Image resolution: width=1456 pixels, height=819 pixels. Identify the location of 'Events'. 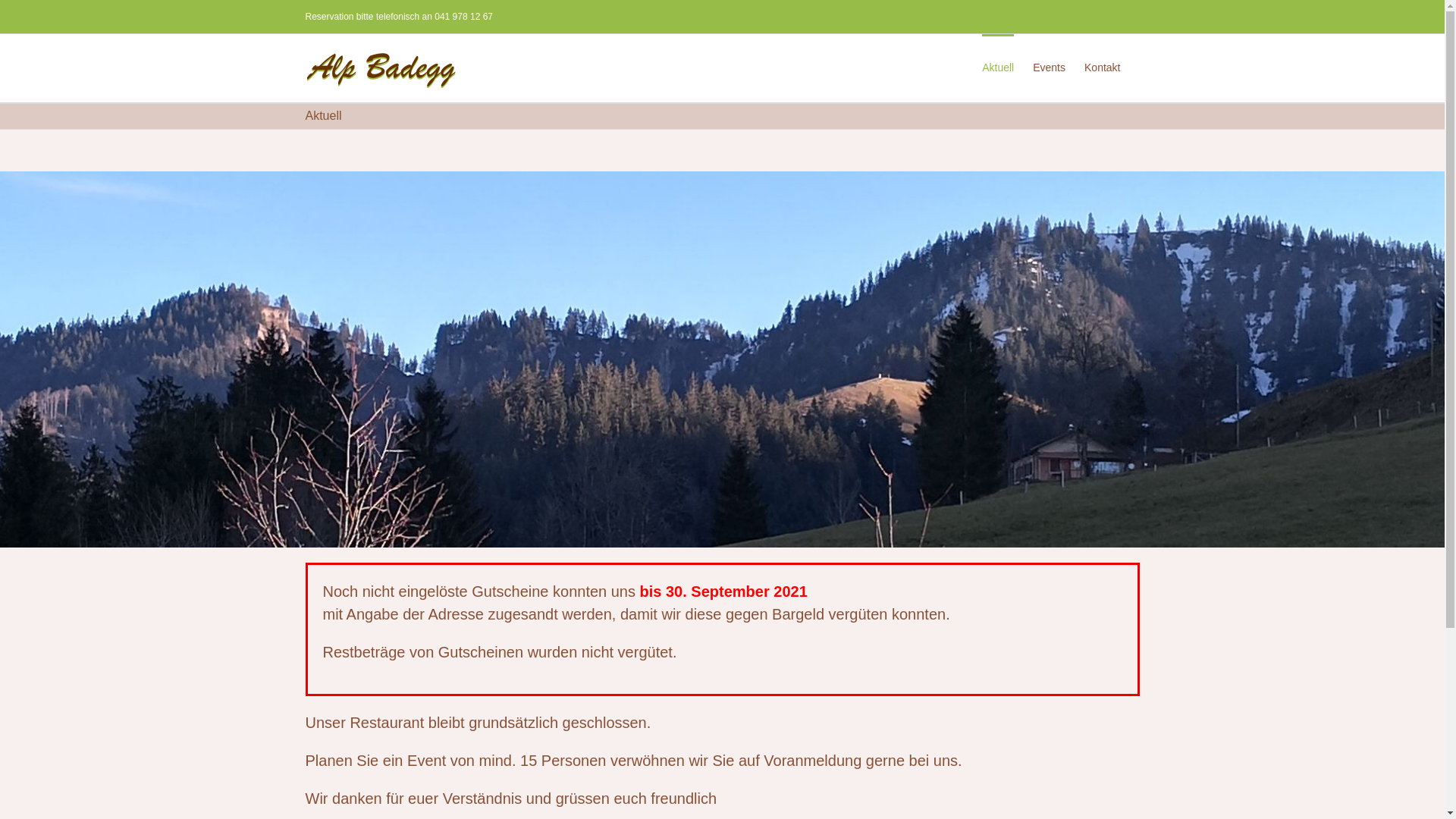
(1048, 65).